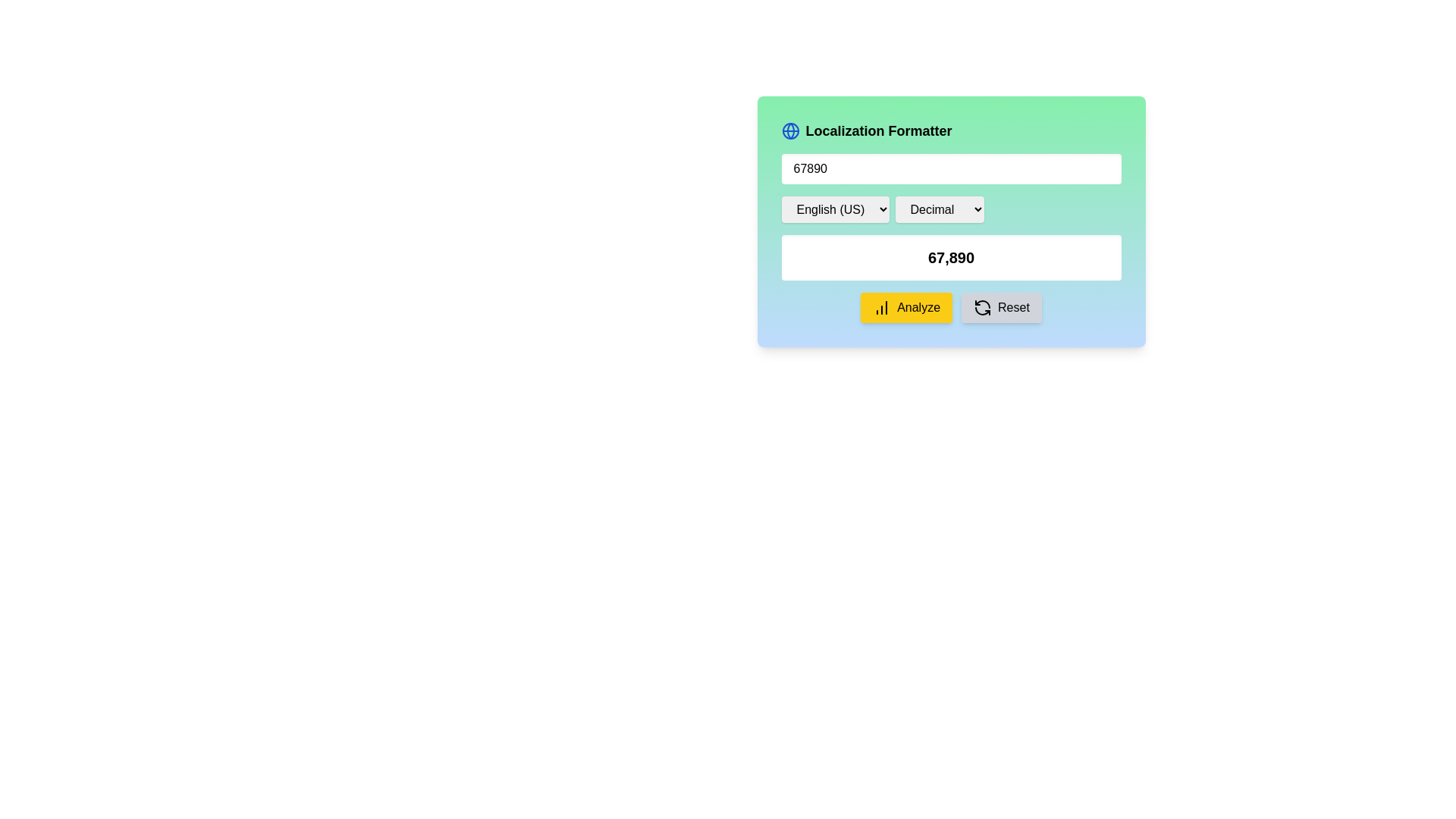 The image size is (1456, 819). What do you see at coordinates (882, 307) in the screenshot?
I see `the data analysis icon located on the left side of the yellow 'Analyze' button in the bottom right corner of the interface` at bounding box center [882, 307].